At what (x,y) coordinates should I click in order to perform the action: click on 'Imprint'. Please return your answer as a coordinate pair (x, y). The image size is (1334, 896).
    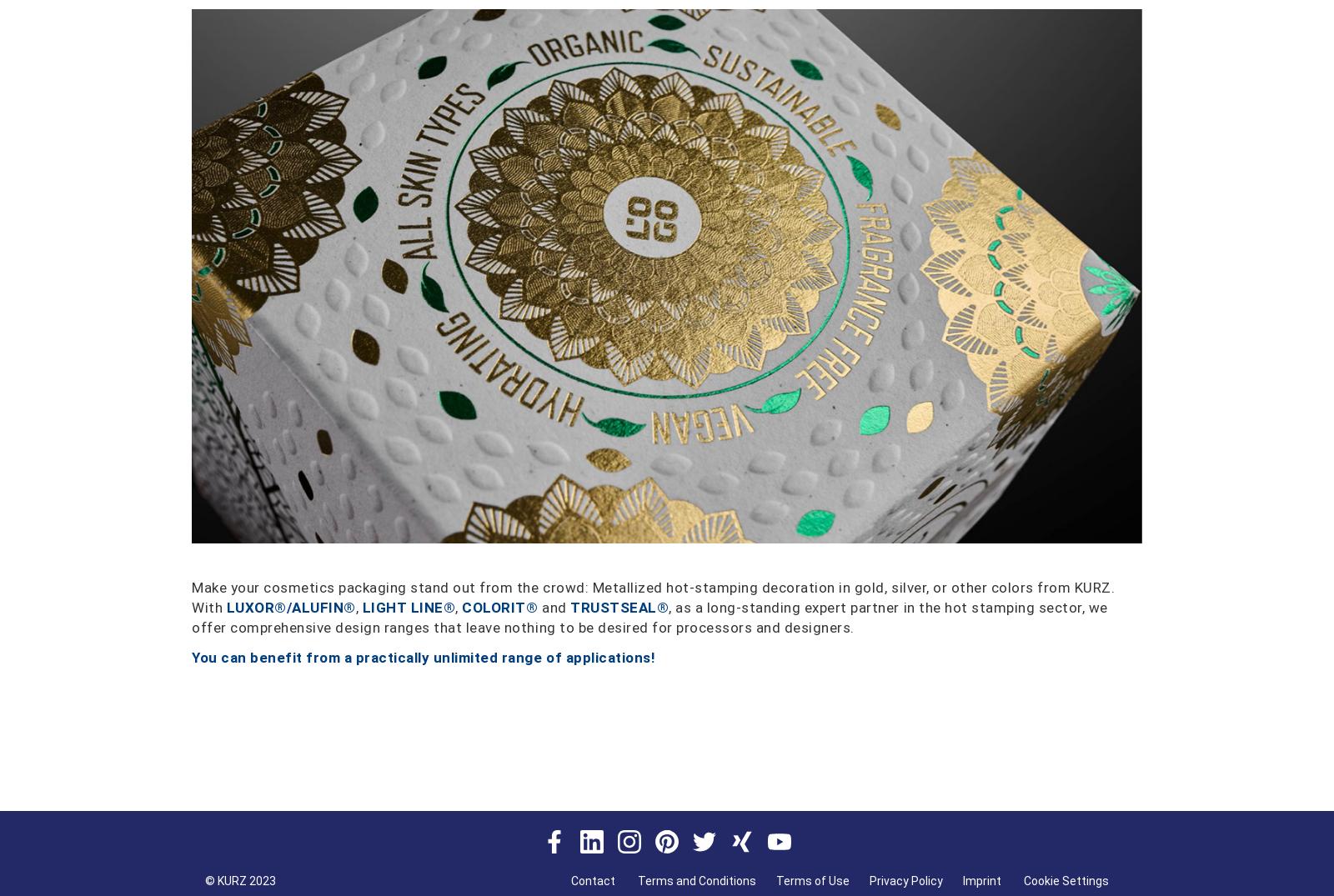
    Looking at the image, I should click on (982, 881).